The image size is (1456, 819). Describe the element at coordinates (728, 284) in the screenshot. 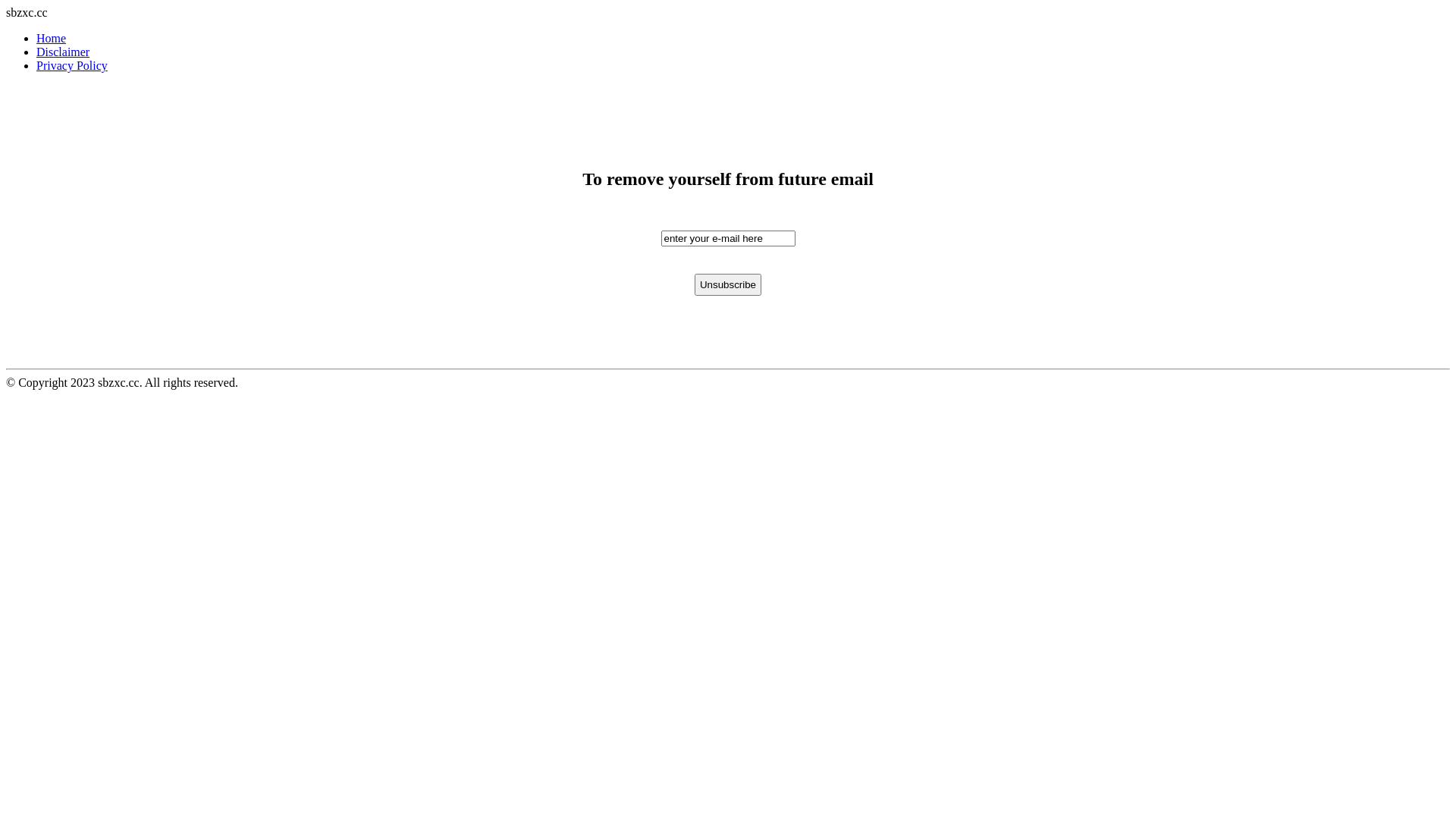

I see `'Unsubscribe'` at that location.